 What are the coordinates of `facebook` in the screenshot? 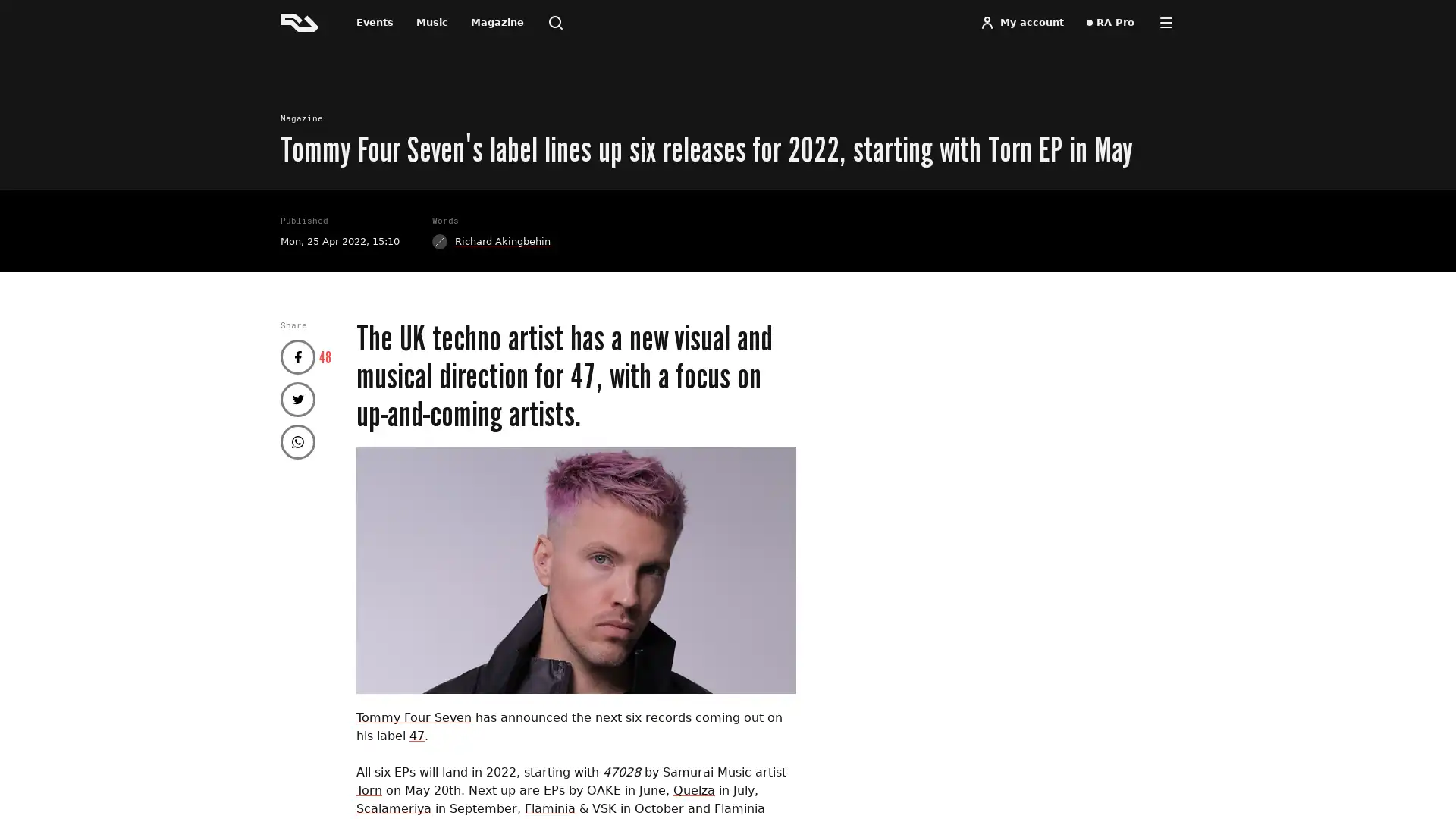 It's located at (298, 356).